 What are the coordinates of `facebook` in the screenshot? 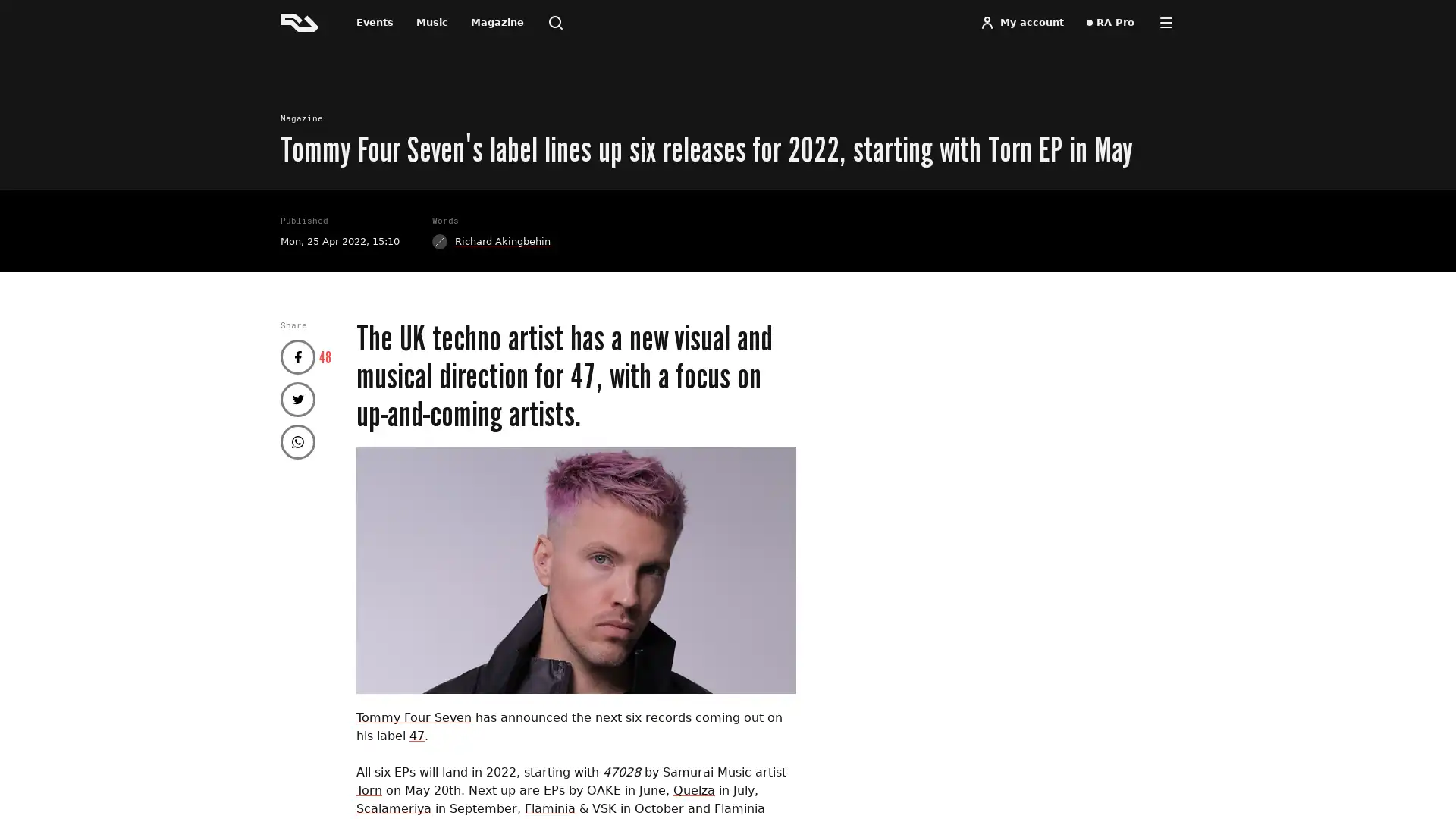 It's located at (298, 356).